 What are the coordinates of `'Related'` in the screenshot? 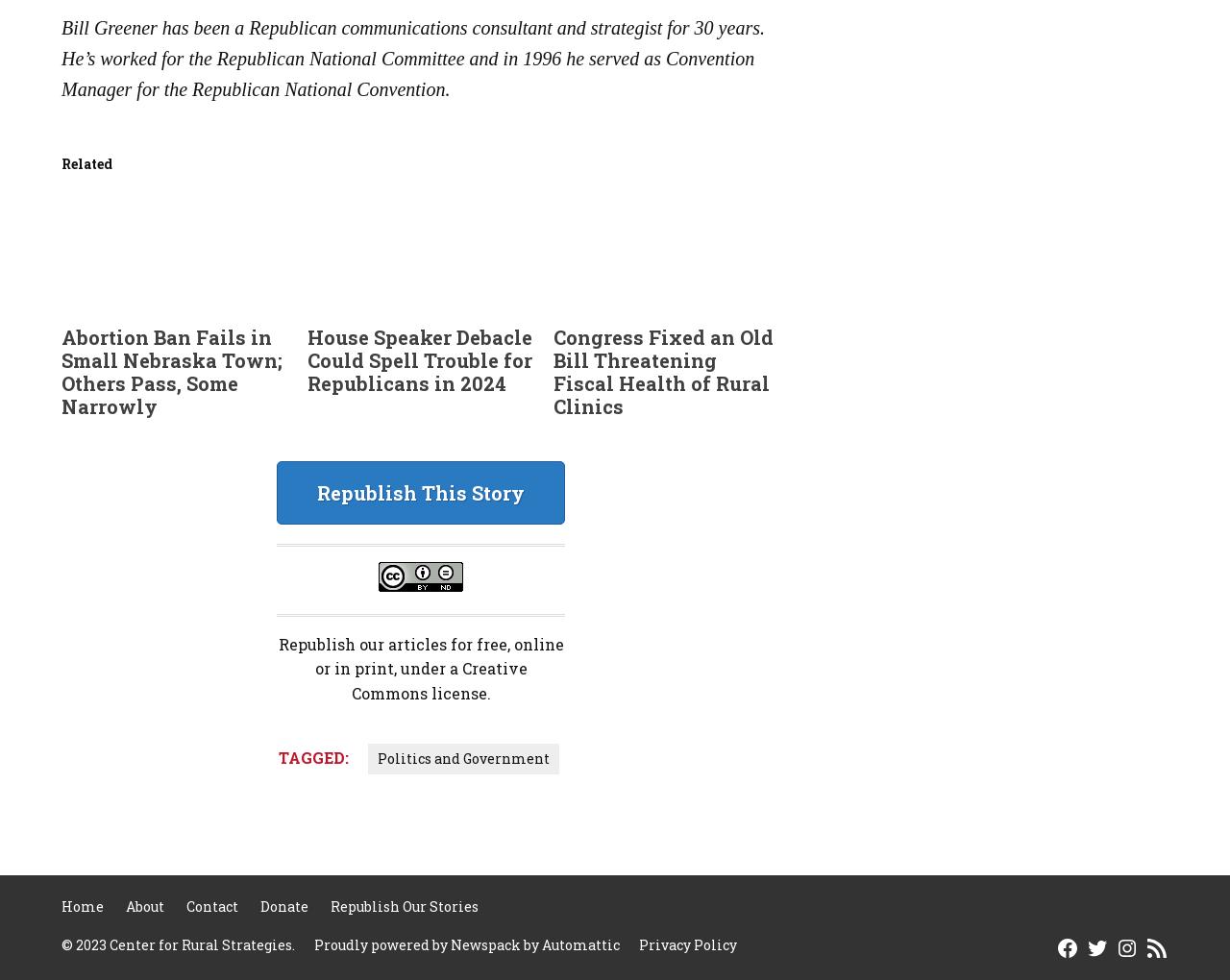 It's located at (86, 163).